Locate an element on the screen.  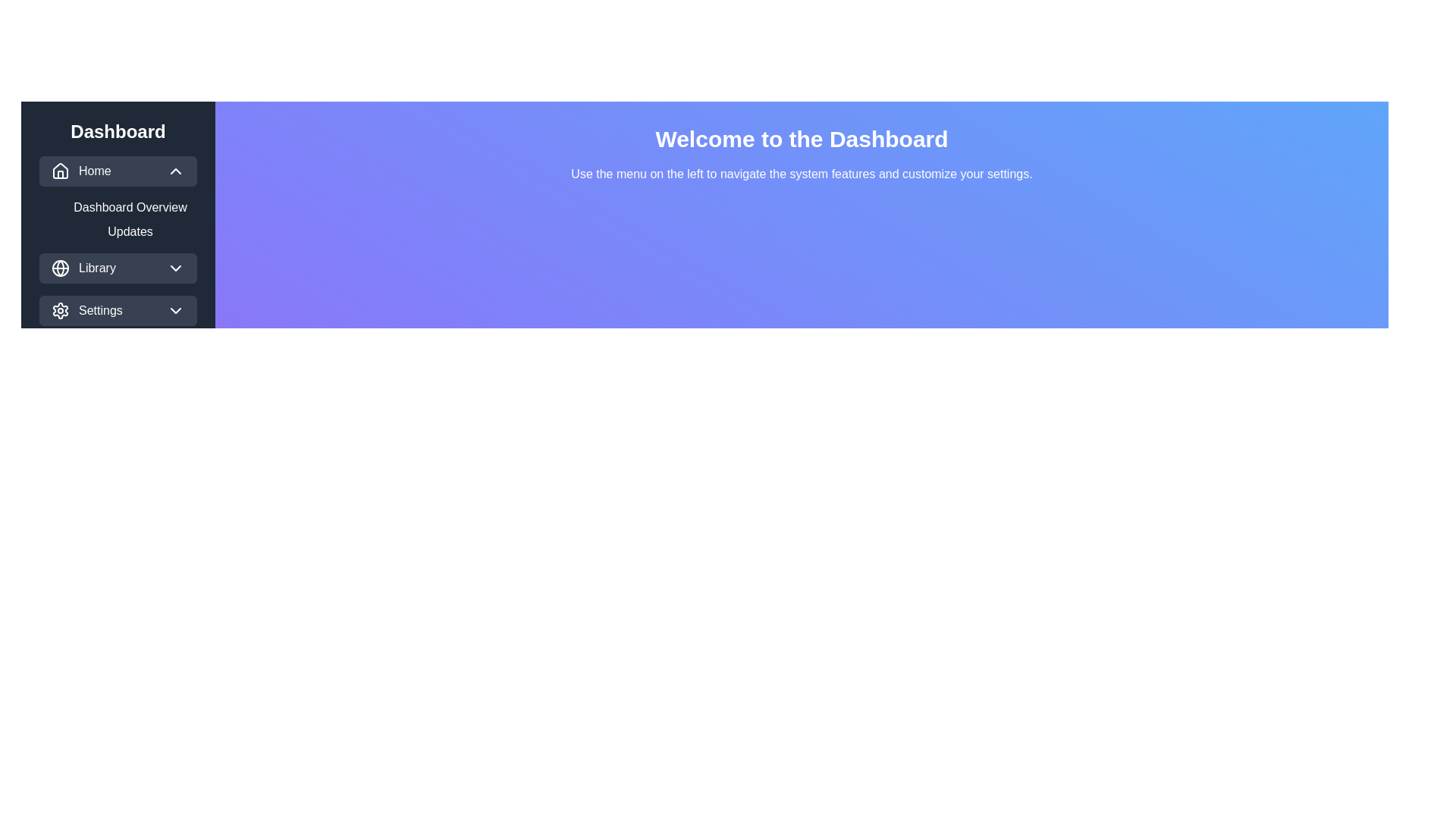
the static text element styled as a heading indicating 'Dashboard', located at the top of the sidebar is located at coordinates (118, 130).